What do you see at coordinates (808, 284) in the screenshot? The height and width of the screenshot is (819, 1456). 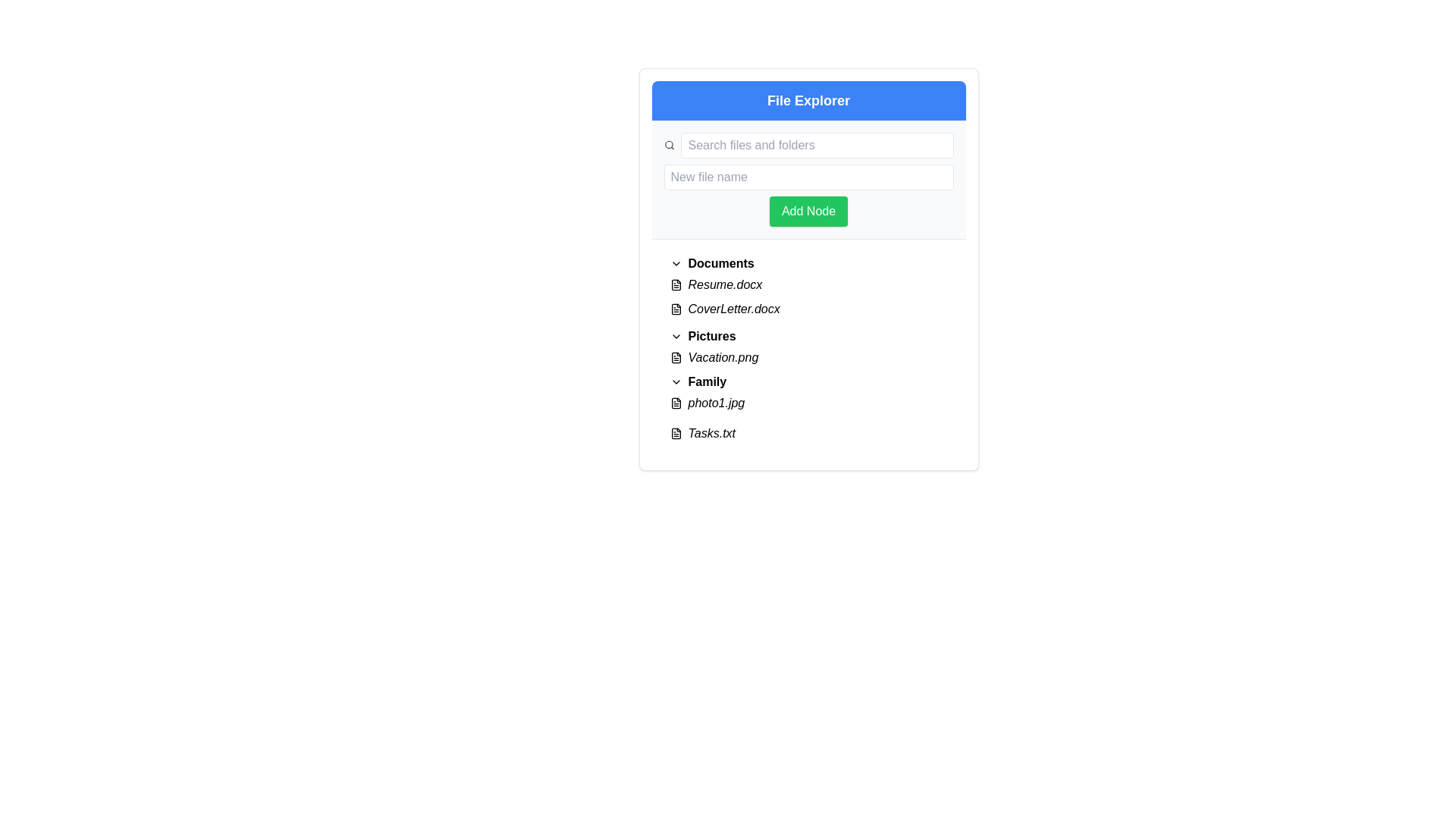 I see `the file display entry labeled 'Resume.docx' in the Documents subsection` at bounding box center [808, 284].